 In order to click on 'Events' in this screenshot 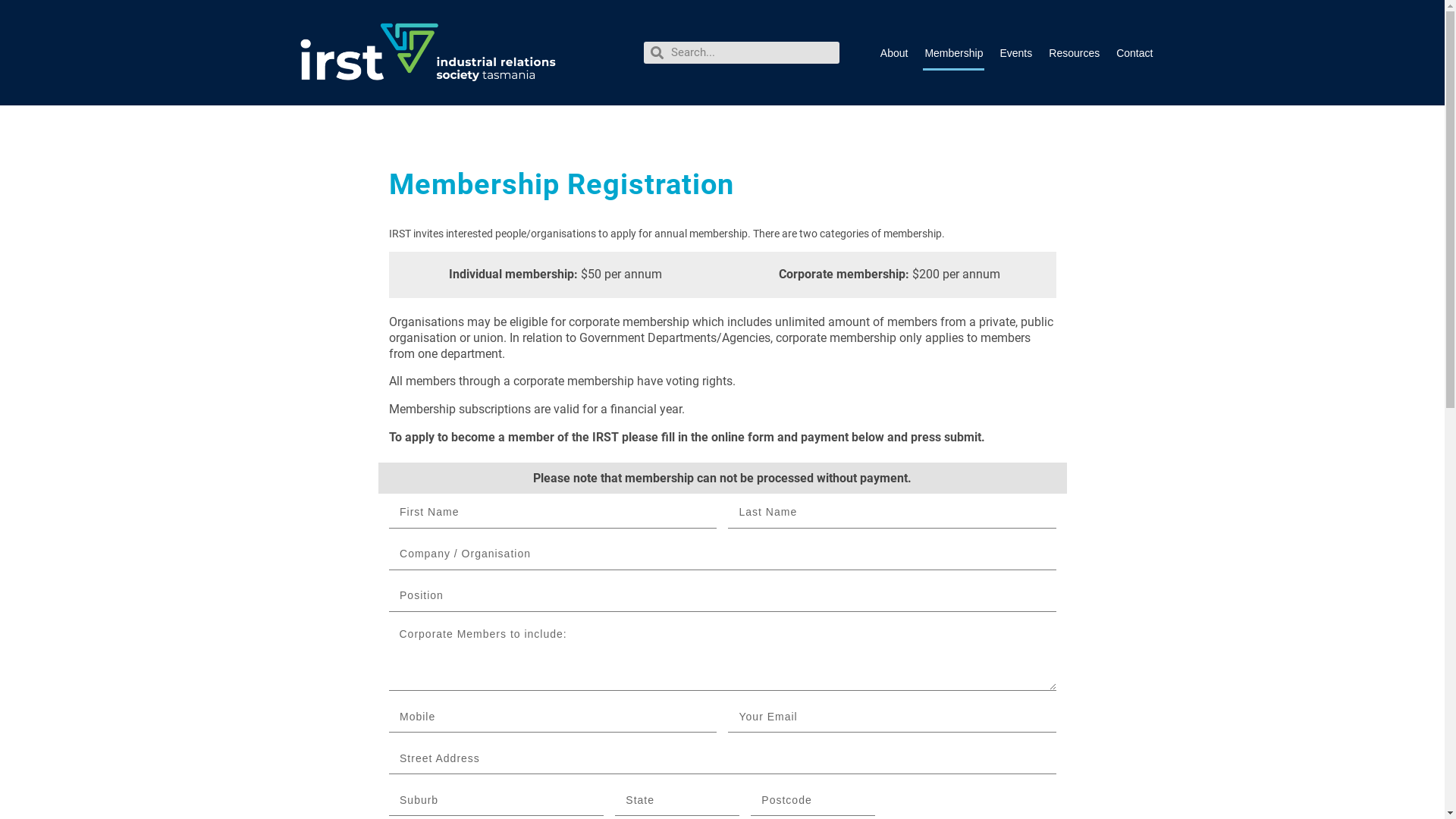, I will do `click(997, 52)`.